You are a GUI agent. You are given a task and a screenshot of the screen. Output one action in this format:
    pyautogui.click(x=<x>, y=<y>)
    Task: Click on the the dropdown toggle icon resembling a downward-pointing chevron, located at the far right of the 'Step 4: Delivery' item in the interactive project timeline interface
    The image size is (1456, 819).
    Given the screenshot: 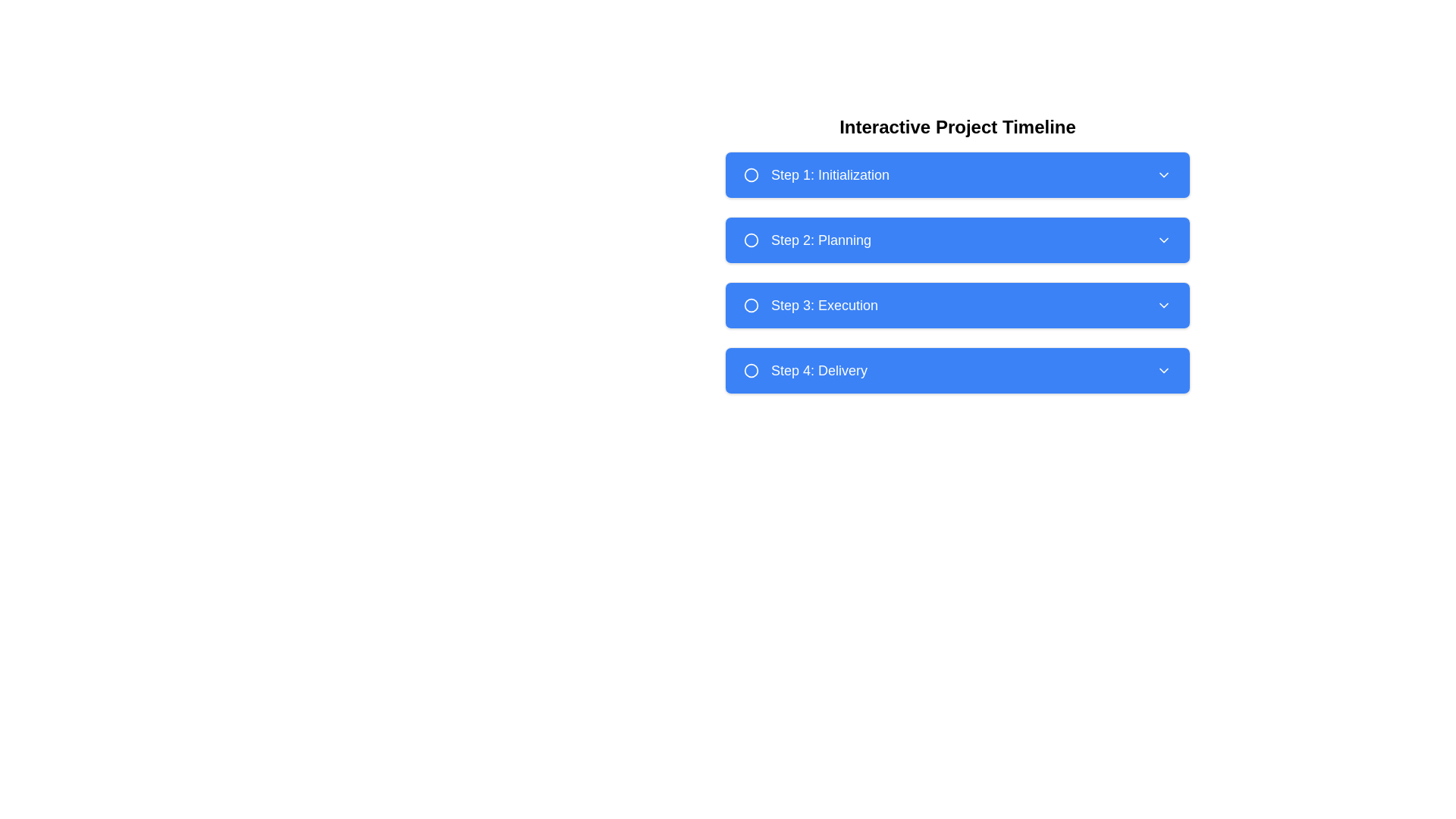 What is the action you would take?
    pyautogui.click(x=1163, y=371)
    